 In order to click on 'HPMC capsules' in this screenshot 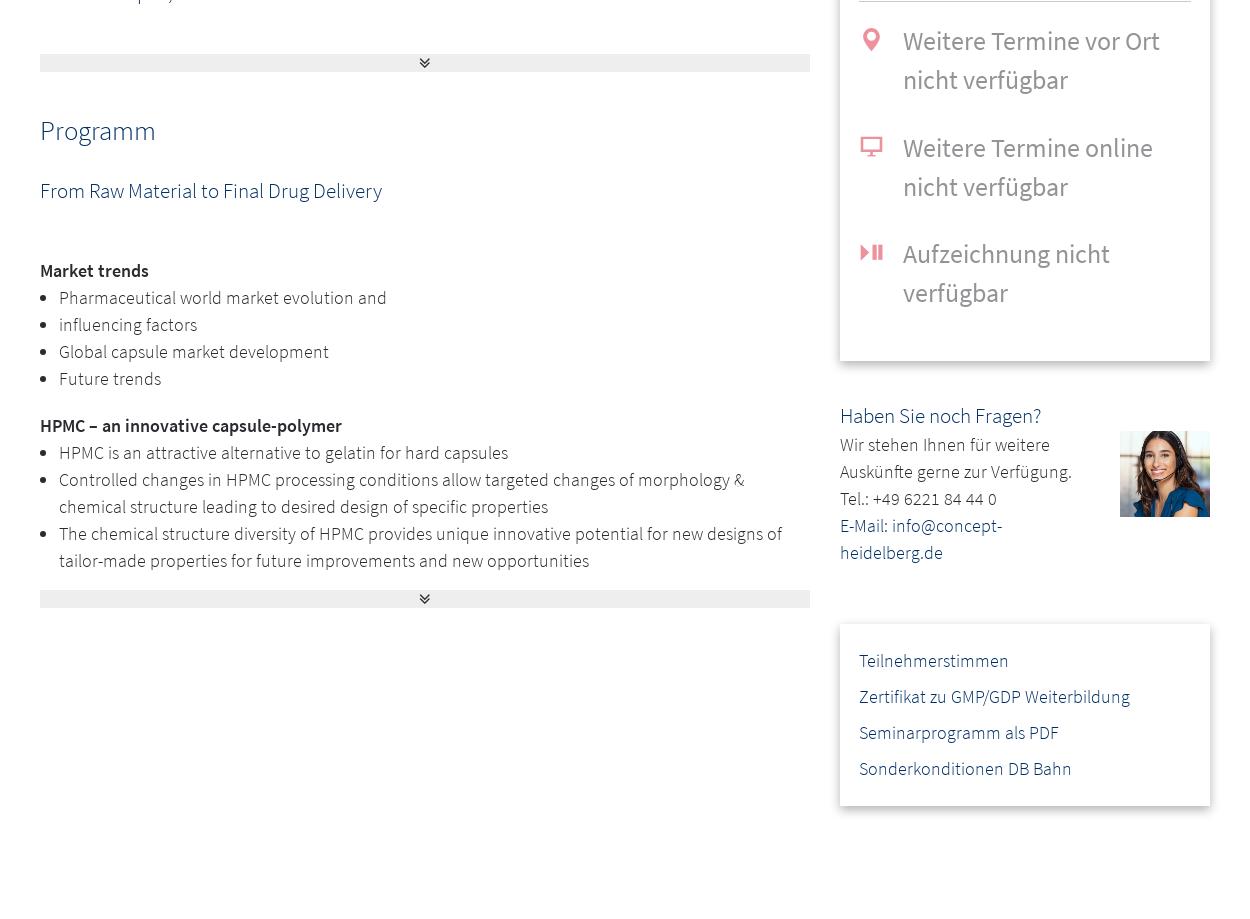, I will do `click(114, 712)`.